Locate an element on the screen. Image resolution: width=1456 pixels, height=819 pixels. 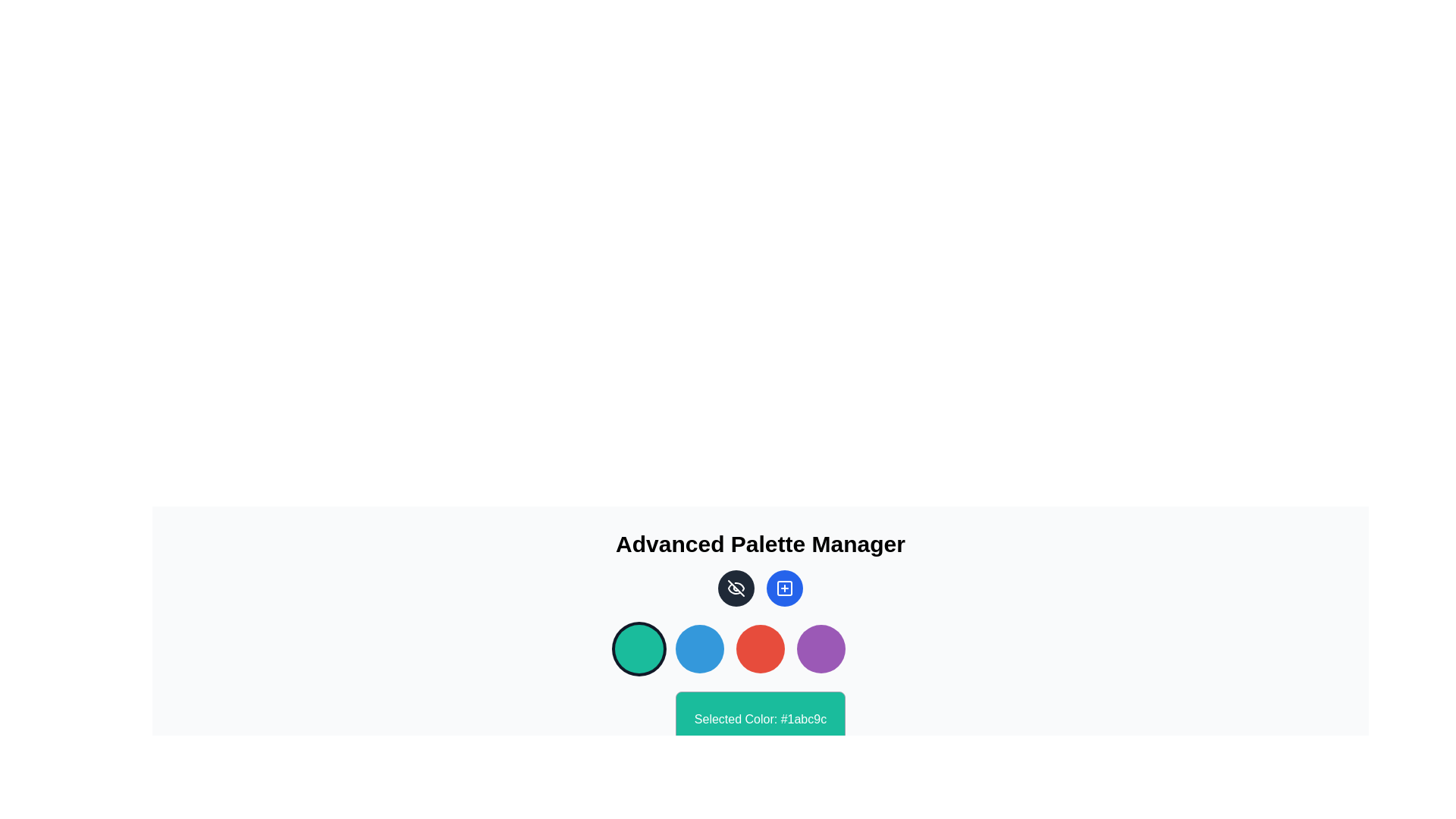
the '+' button located in the 'Advanced Palette Manager' section, which is the second circular icon from the left is located at coordinates (785, 587).